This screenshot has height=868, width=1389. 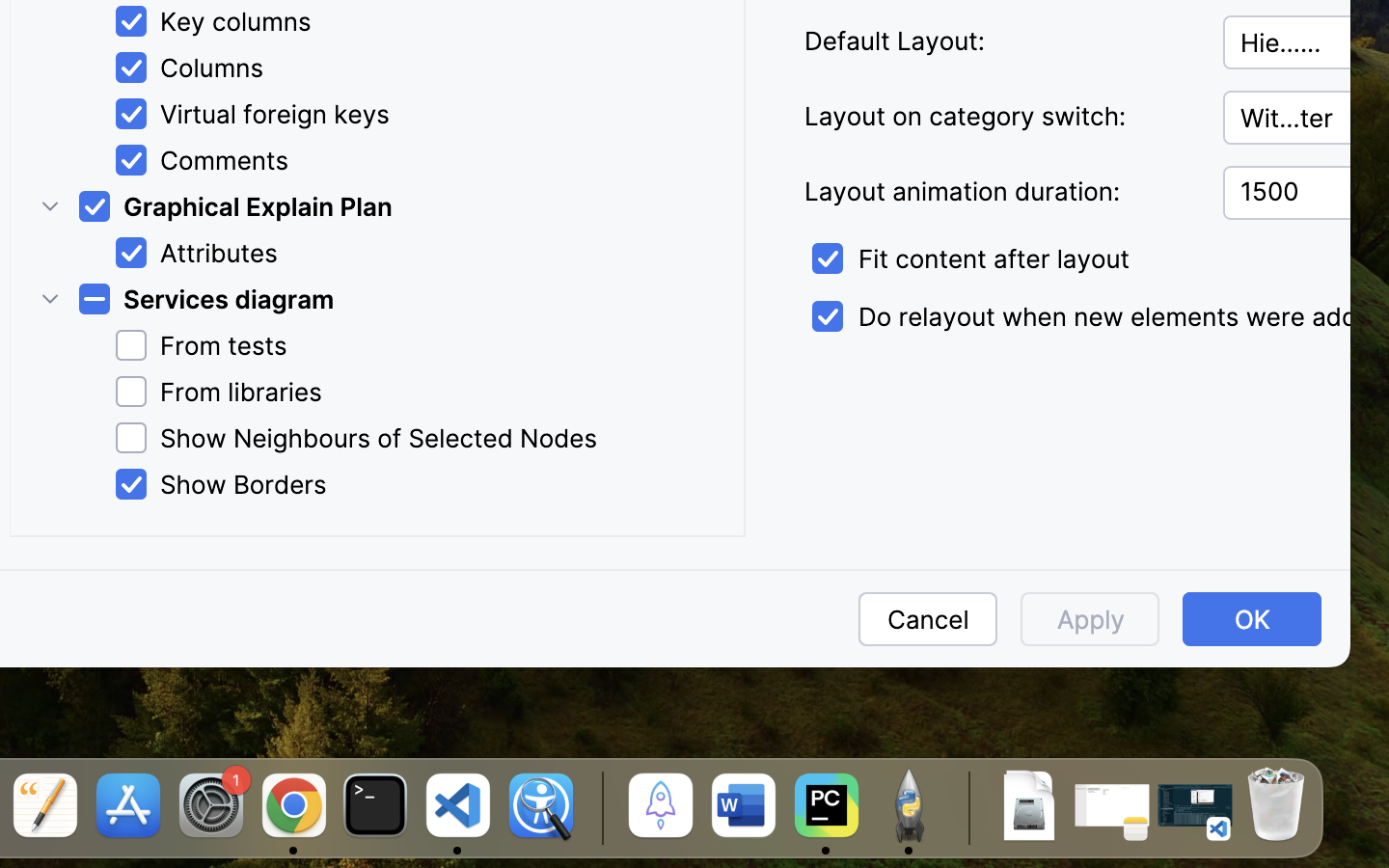 I want to click on 'Layout animation duration:', so click(x=1000, y=191).